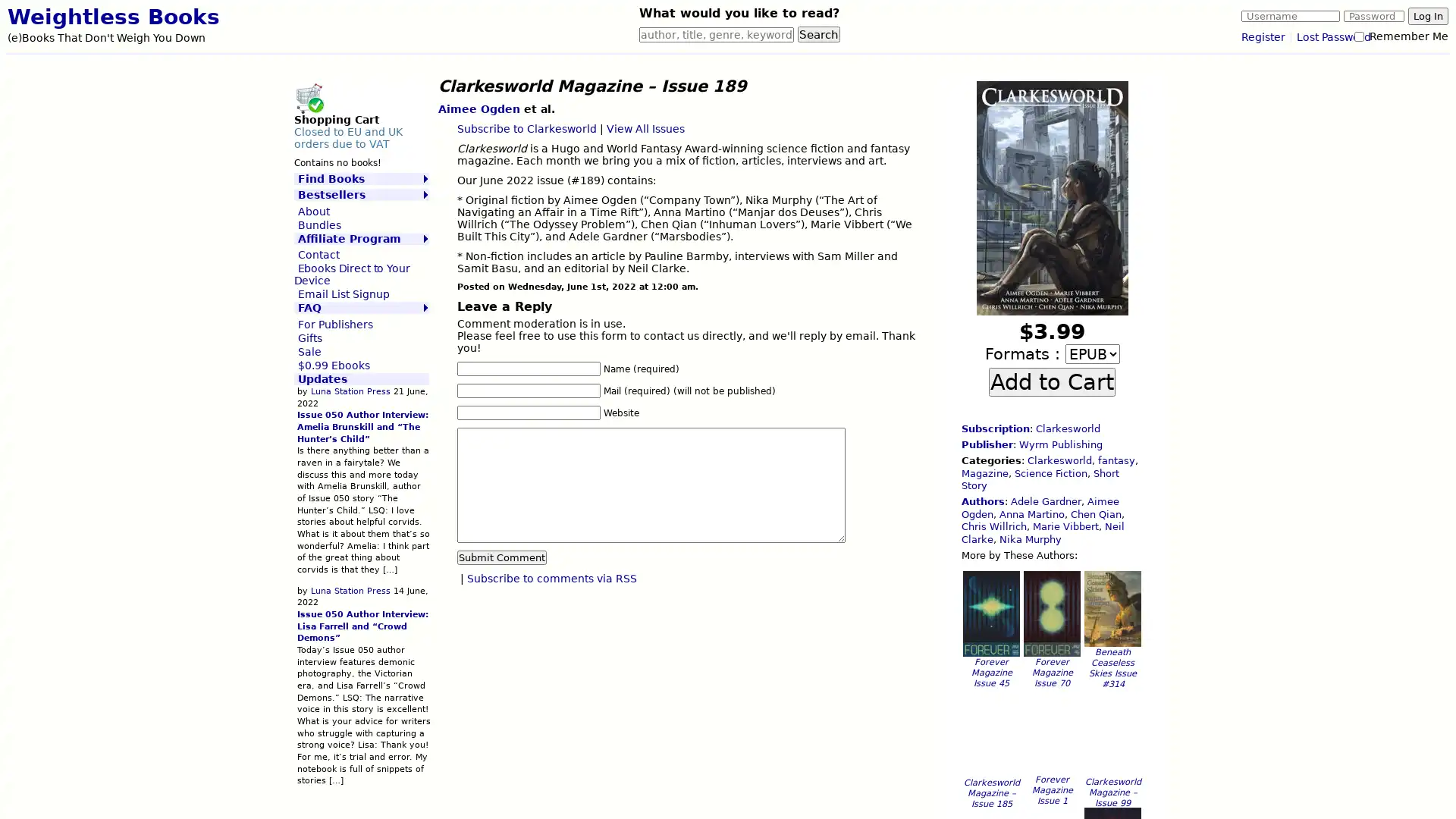  I want to click on Submit Comment, so click(501, 557).